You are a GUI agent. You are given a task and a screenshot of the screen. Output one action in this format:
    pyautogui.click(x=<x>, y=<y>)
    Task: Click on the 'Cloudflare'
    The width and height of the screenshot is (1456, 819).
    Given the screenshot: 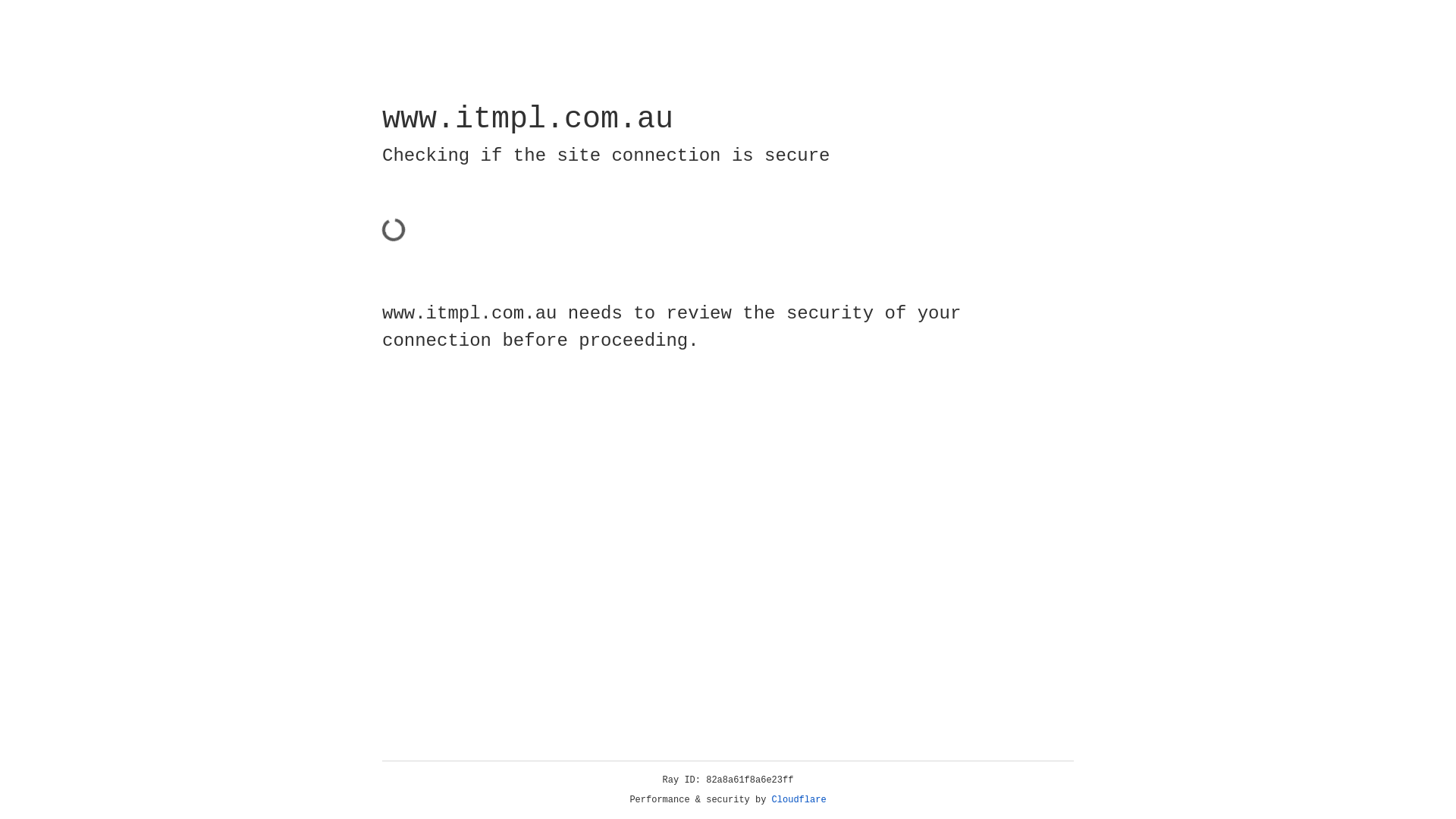 What is the action you would take?
    pyautogui.click(x=771, y=799)
    